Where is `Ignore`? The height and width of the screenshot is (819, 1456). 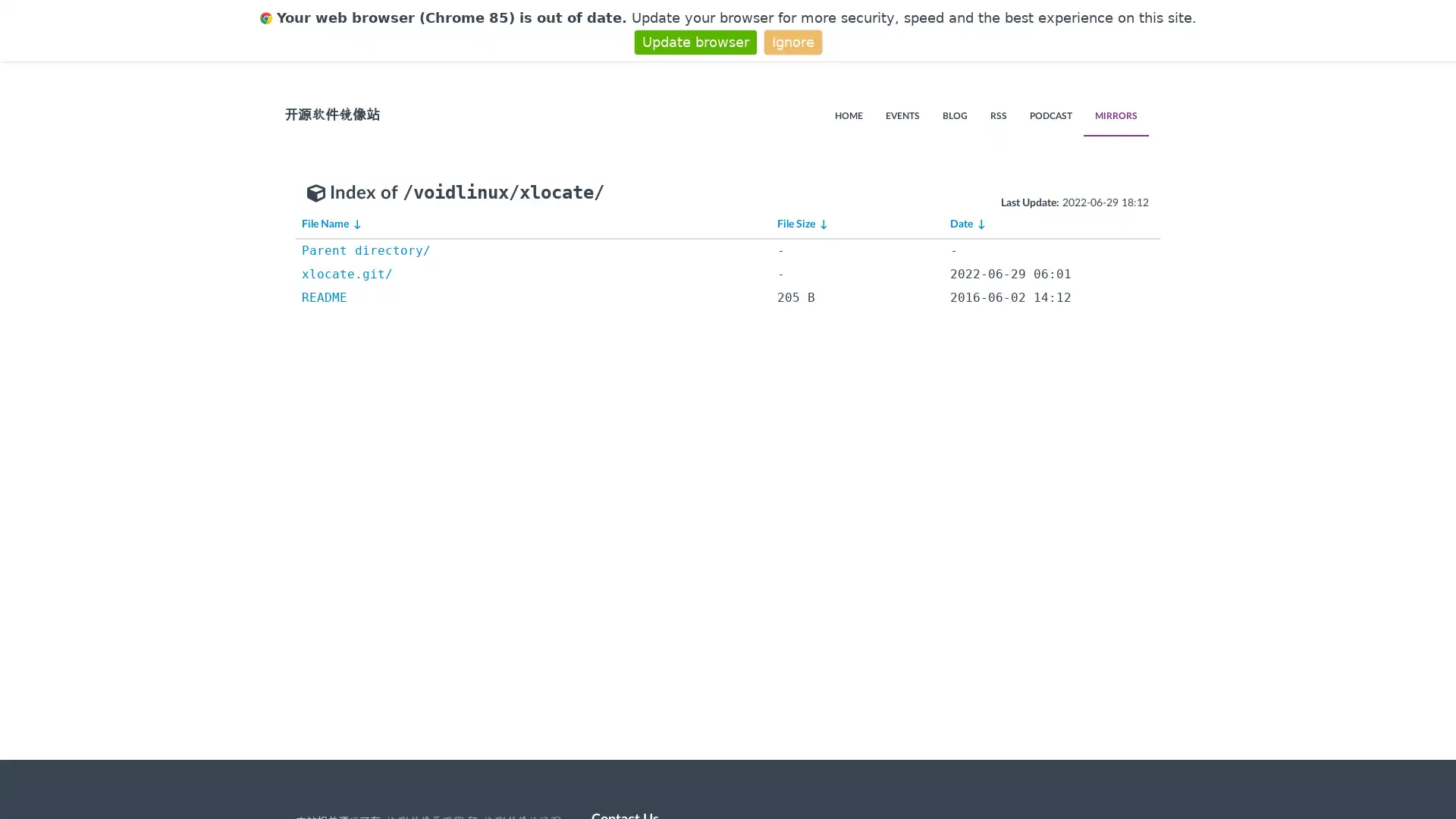
Ignore is located at coordinates (792, 41).